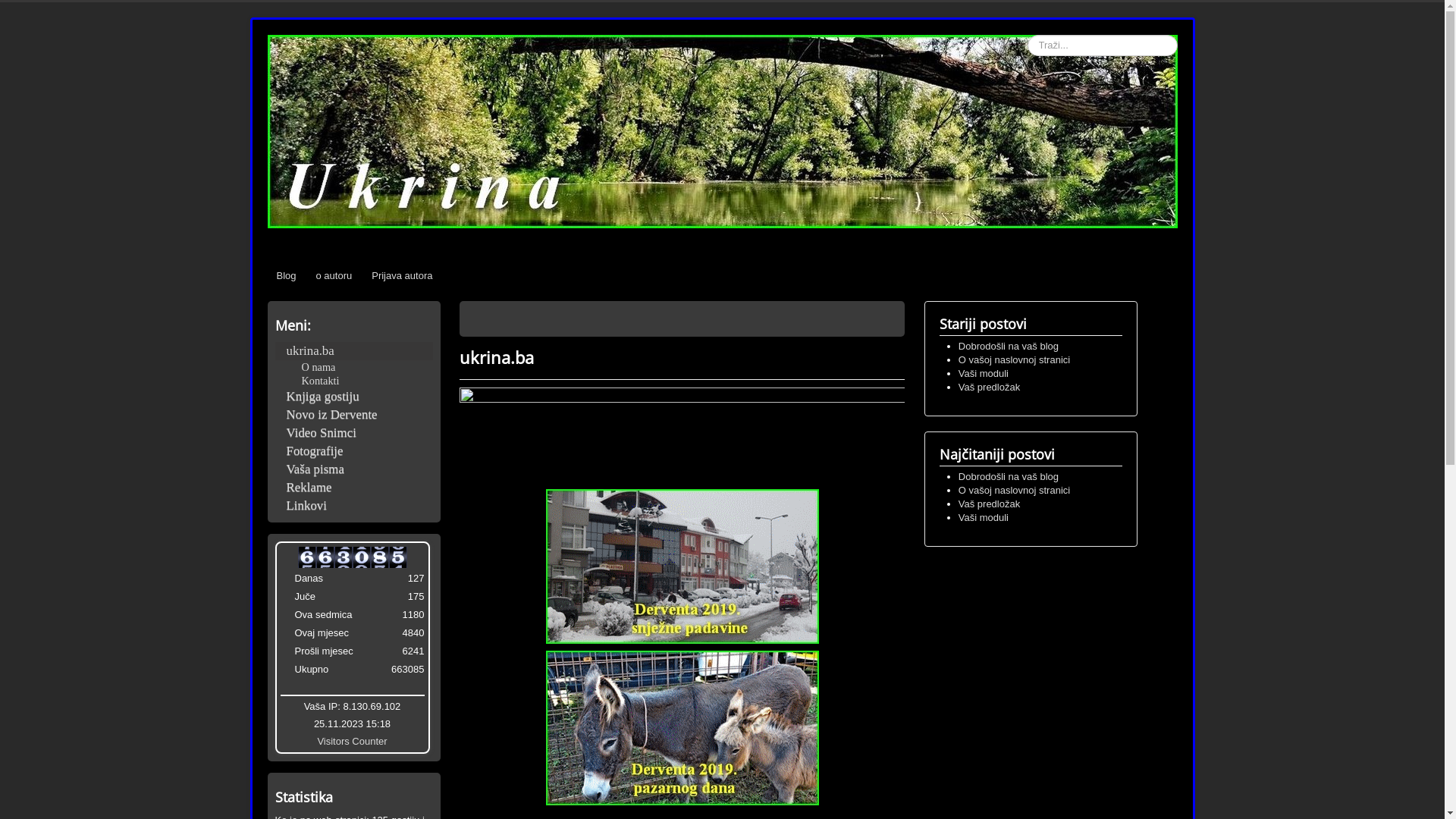 This screenshot has height=819, width=1456. Describe the element at coordinates (318, 366) in the screenshot. I see `'O nama'` at that location.